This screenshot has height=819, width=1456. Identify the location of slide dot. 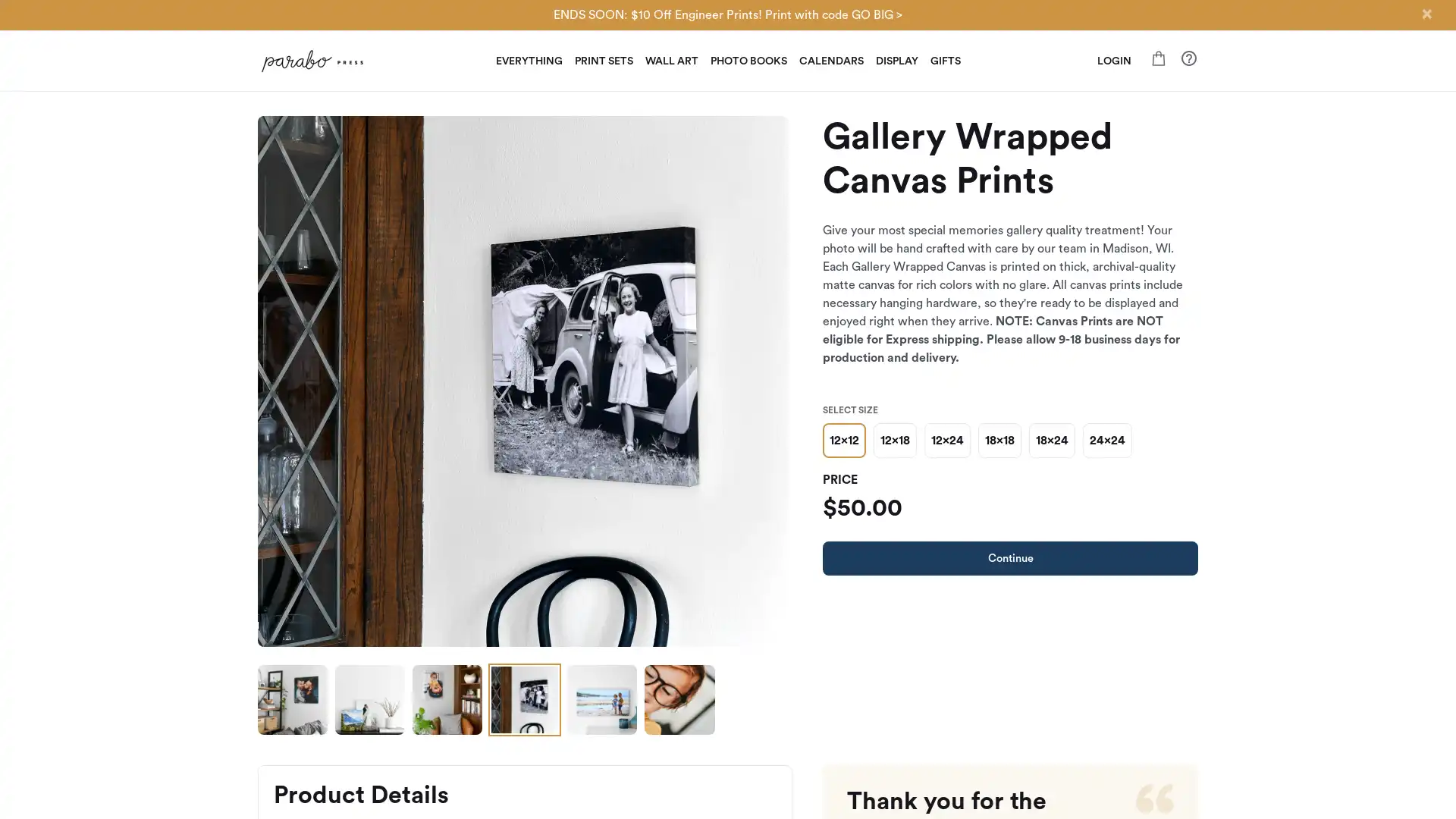
(370, 699).